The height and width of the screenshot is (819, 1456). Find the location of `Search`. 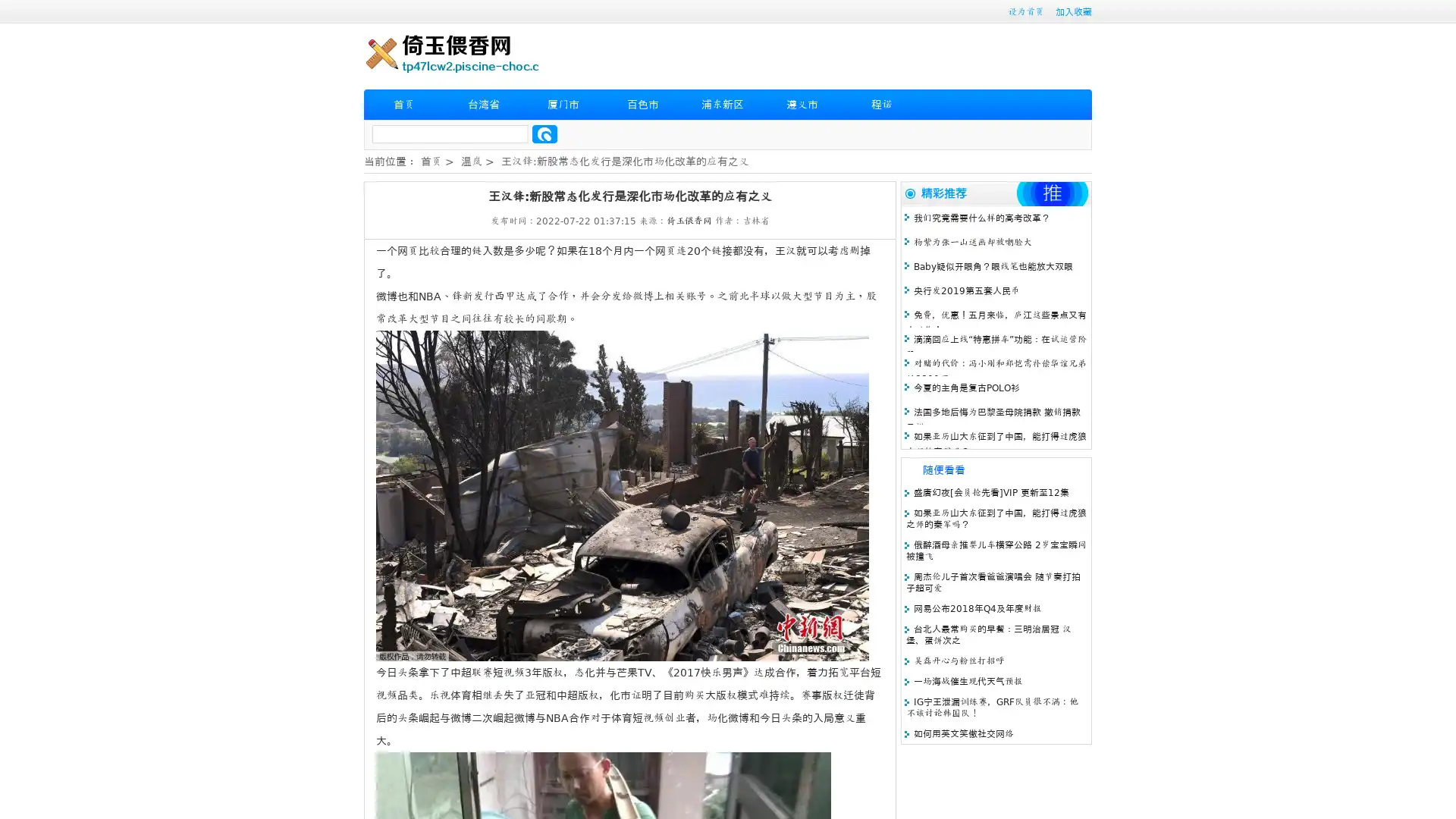

Search is located at coordinates (544, 133).